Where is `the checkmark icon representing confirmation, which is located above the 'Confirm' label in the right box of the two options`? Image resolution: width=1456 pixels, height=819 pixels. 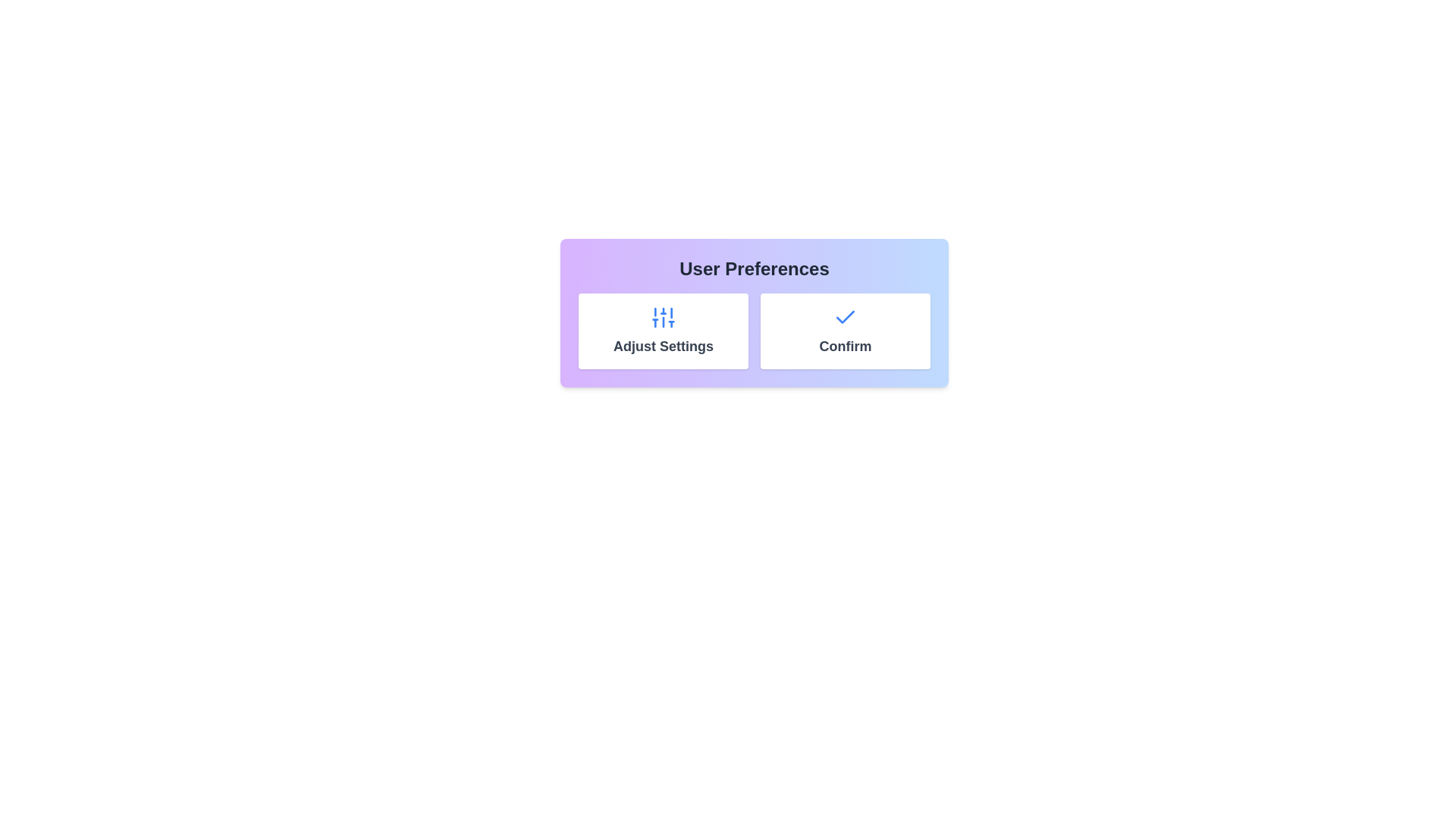
the checkmark icon representing confirmation, which is located above the 'Confirm' label in the right box of the two options is located at coordinates (844, 317).